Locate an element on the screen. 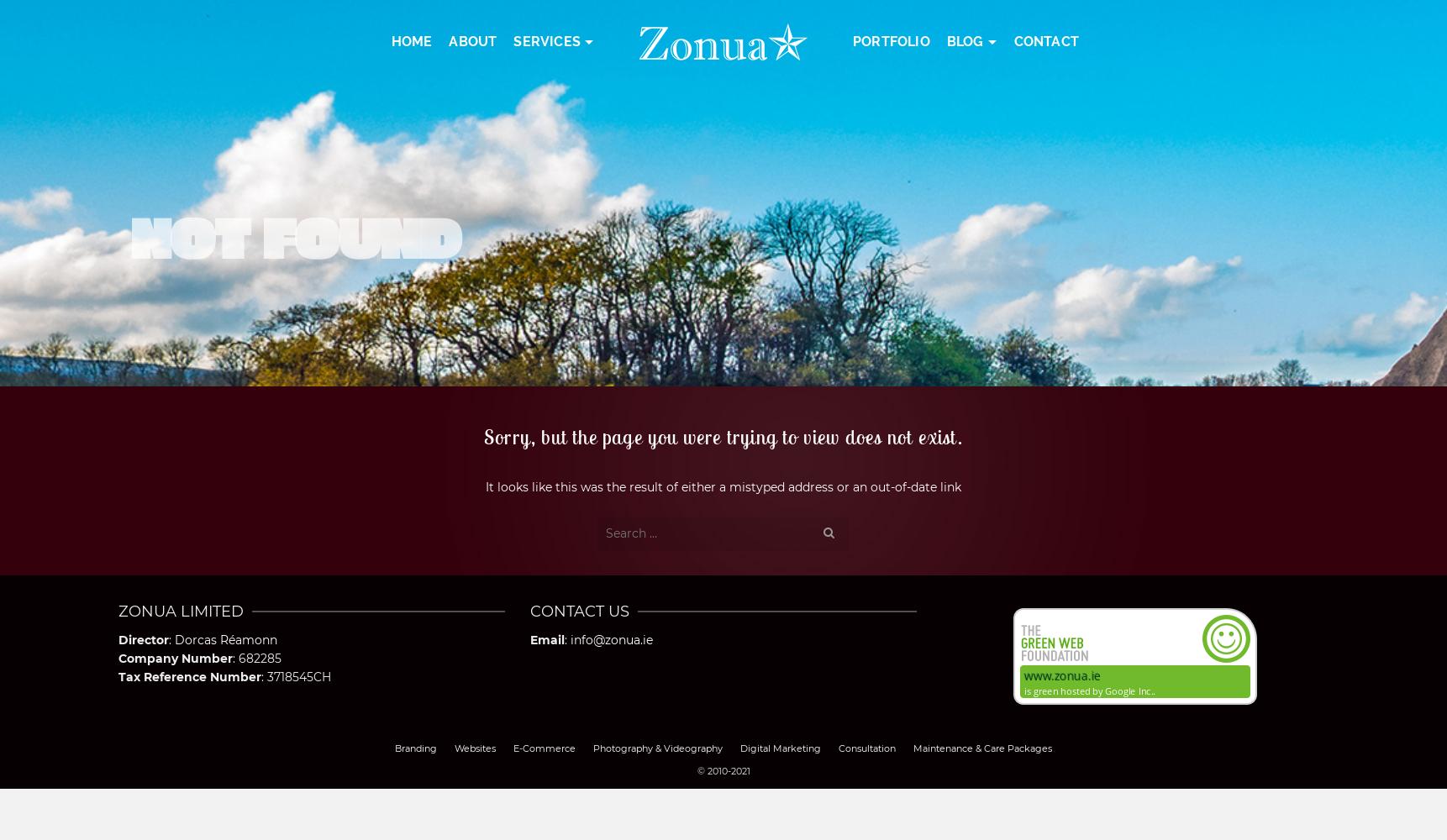 This screenshot has width=1447, height=840. 'Director' is located at coordinates (143, 639).